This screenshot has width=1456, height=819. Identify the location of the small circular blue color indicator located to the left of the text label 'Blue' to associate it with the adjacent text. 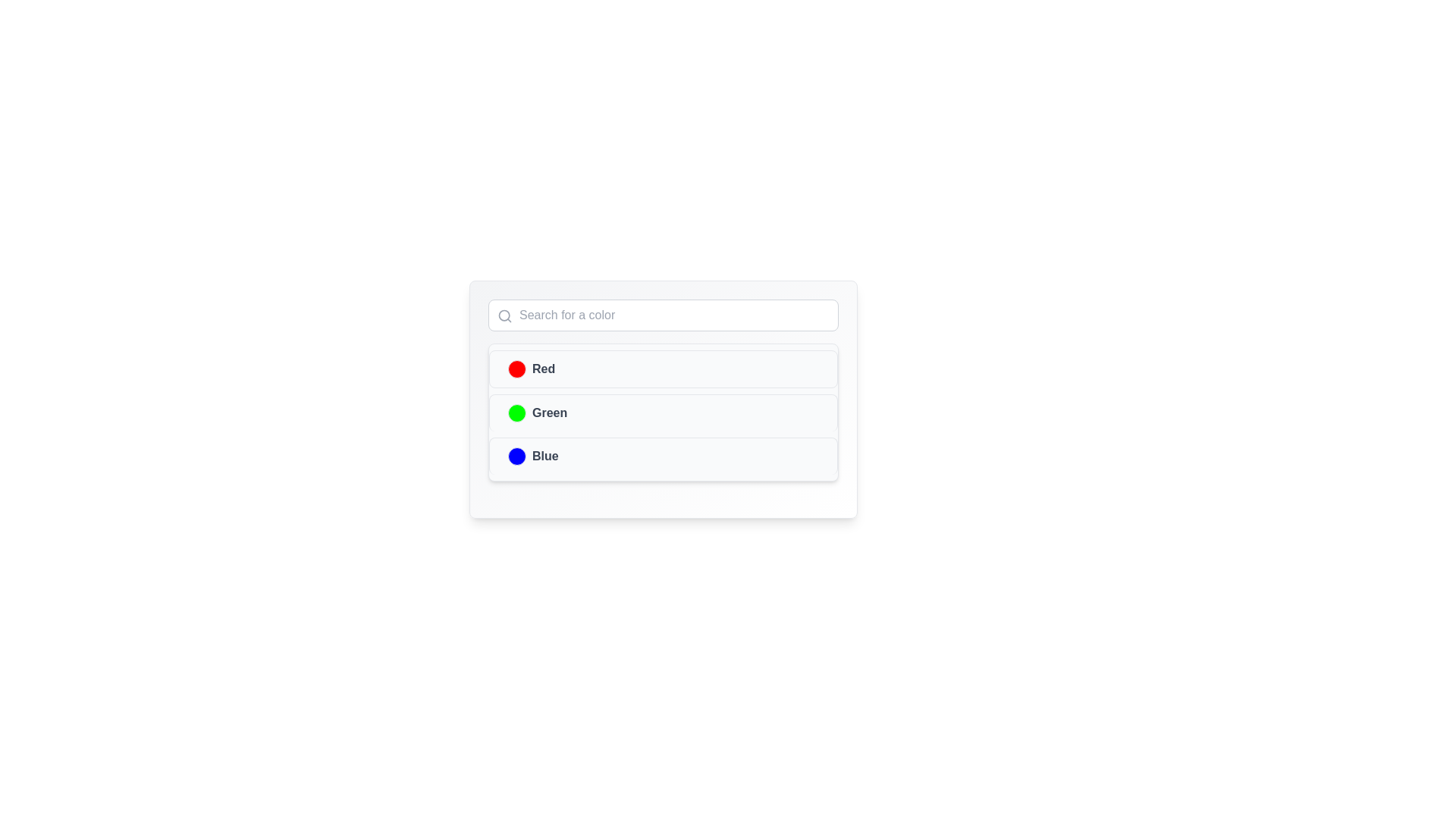
(516, 455).